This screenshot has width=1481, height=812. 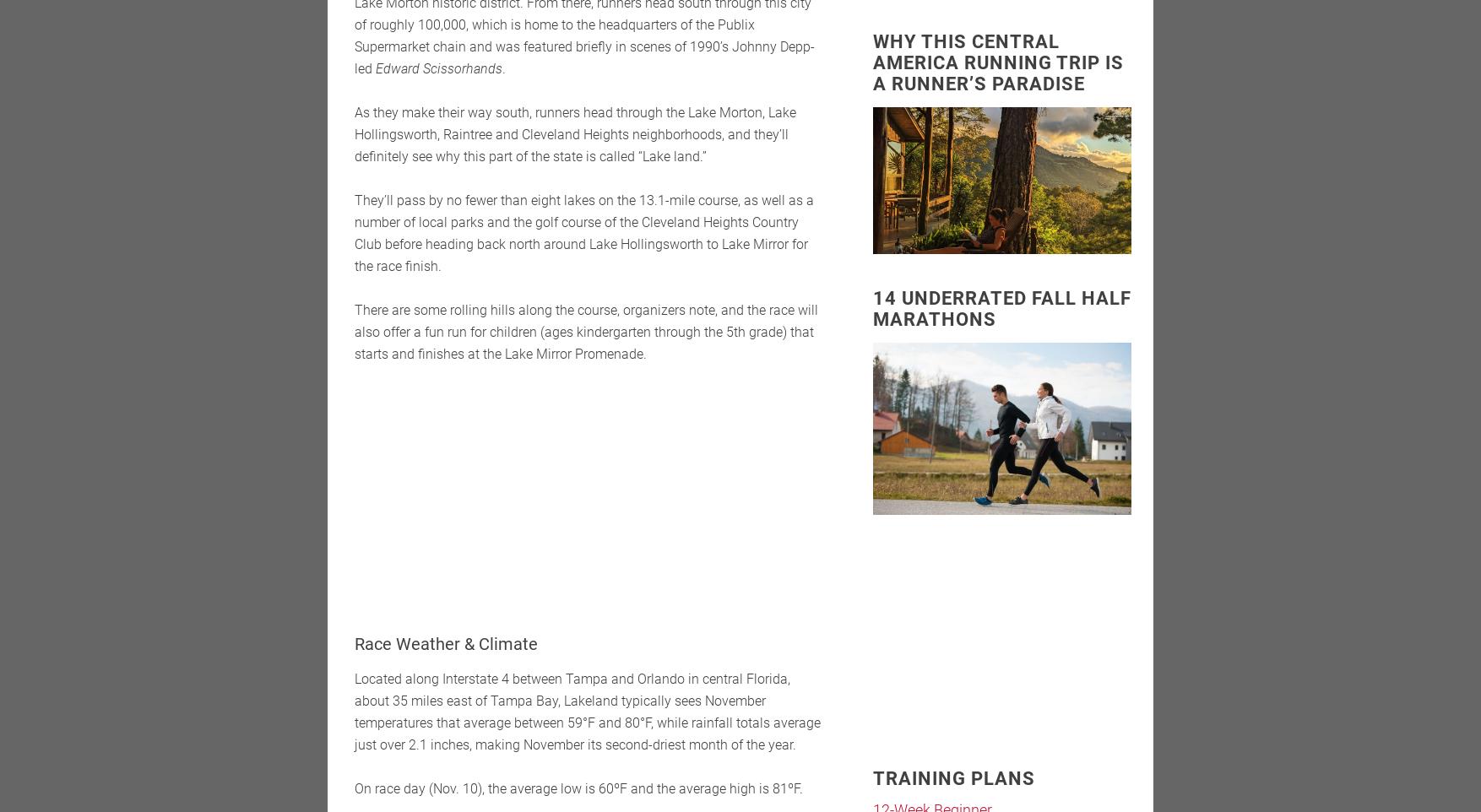 What do you see at coordinates (456, 788) in the screenshot?
I see `'. 10), the average low is 60ºF and the average high is 81ºF.'` at bounding box center [456, 788].